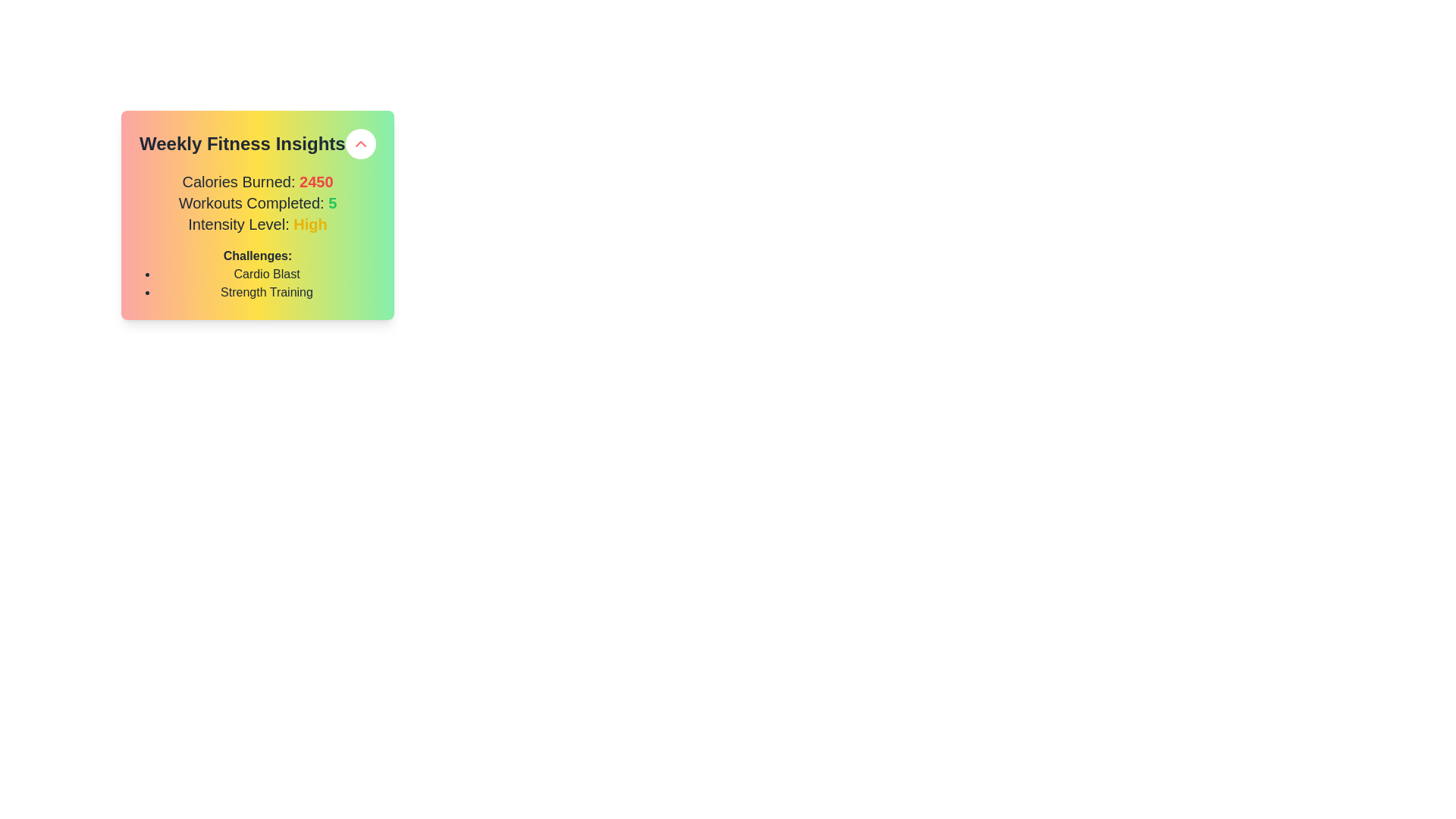 This screenshot has width=1456, height=819. I want to click on the static text heading located centrally below the fitness metrics and above the bulleted list, so click(258, 256).